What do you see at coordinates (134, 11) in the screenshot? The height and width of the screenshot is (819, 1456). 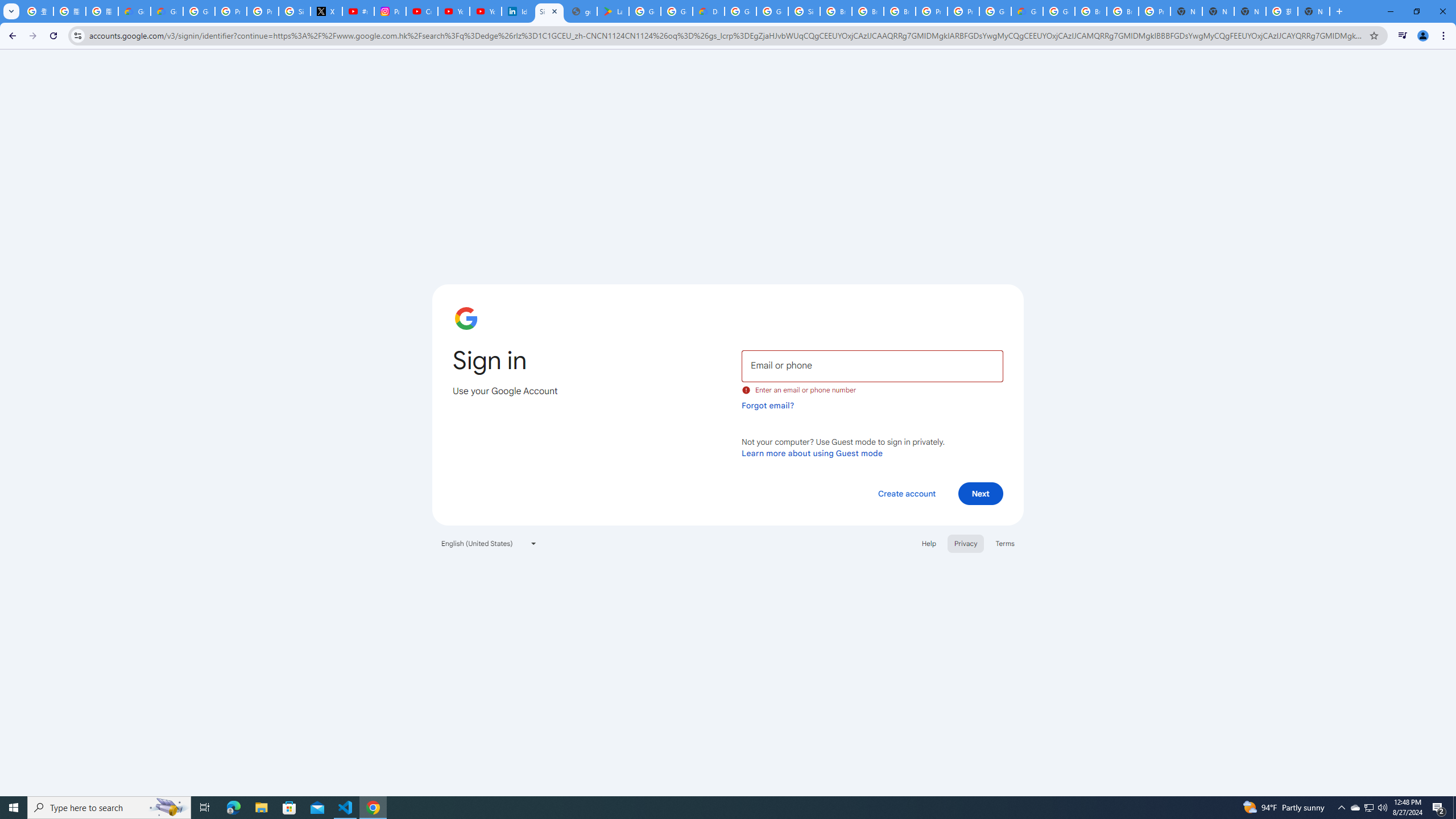 I see `'Google Cloud Privacy Notice'` at bounding box center [134, 11].